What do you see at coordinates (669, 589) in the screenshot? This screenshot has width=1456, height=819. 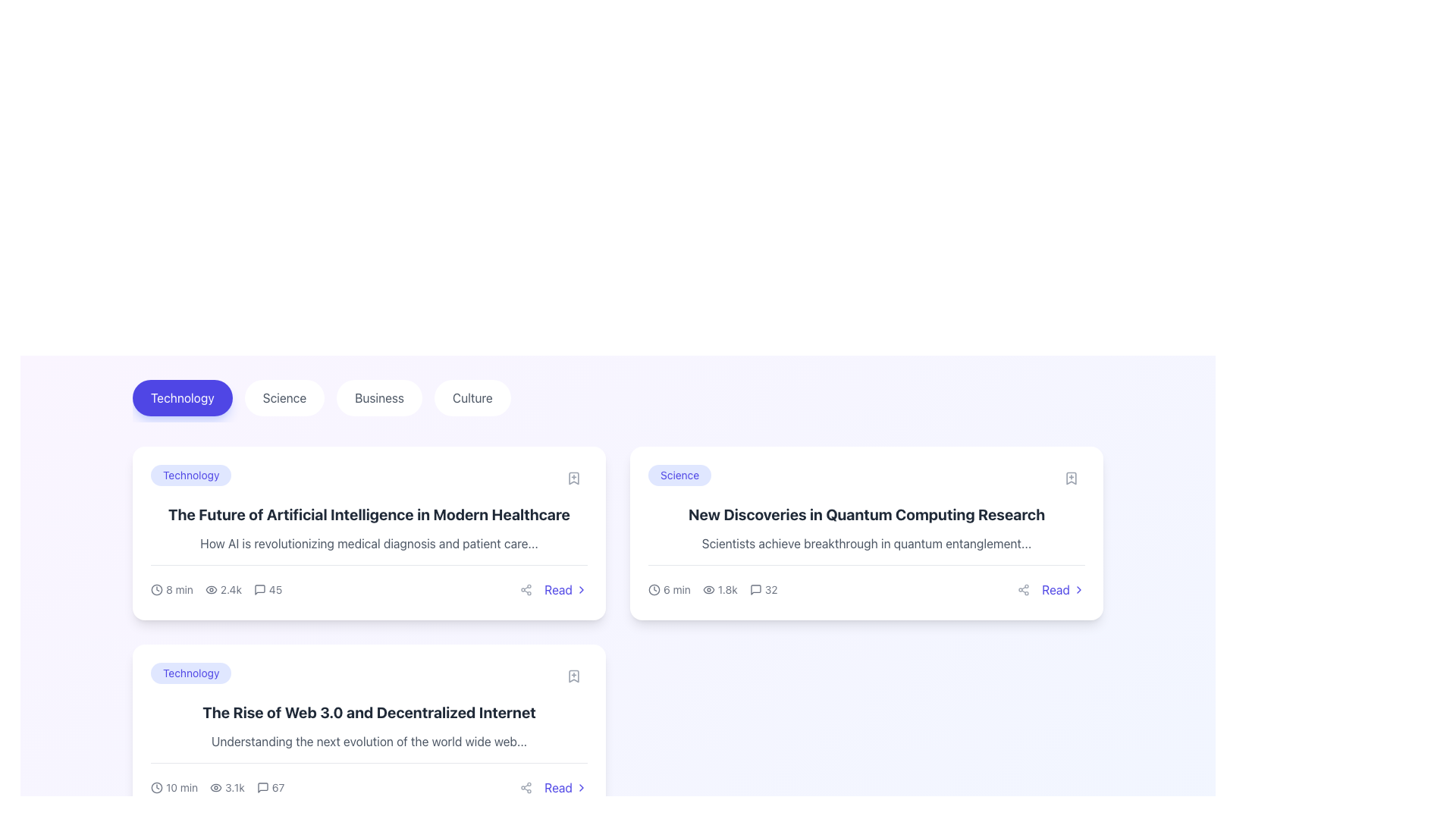 I see `the icon indicating the estimated reading duration for the article titled 'New Discoveries in Quantum Computing Research' located at the bottom-left corner of the content card` at bounding box center [669, 589].